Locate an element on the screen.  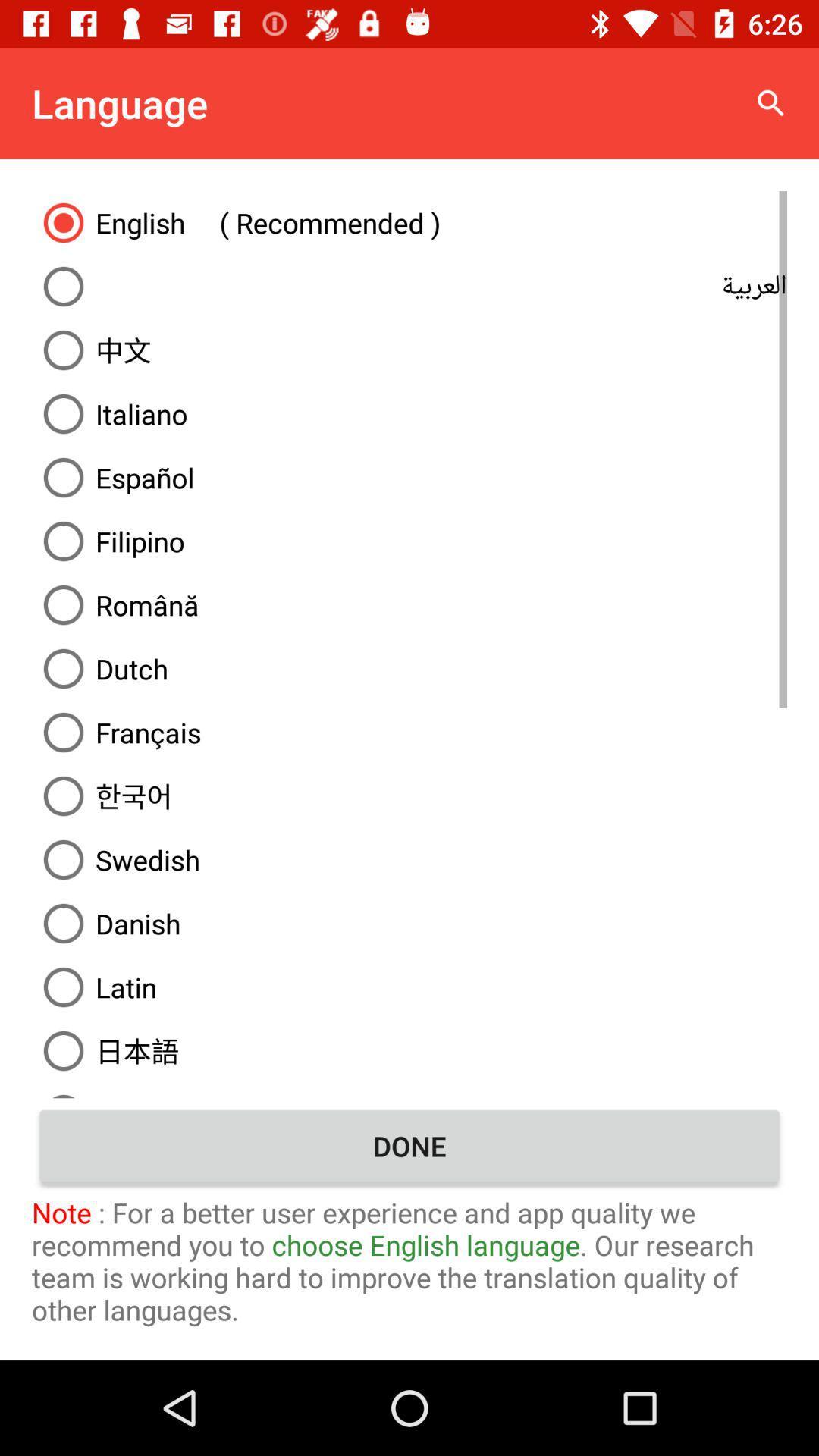
dutch icon is located at coordinates (409, 668).